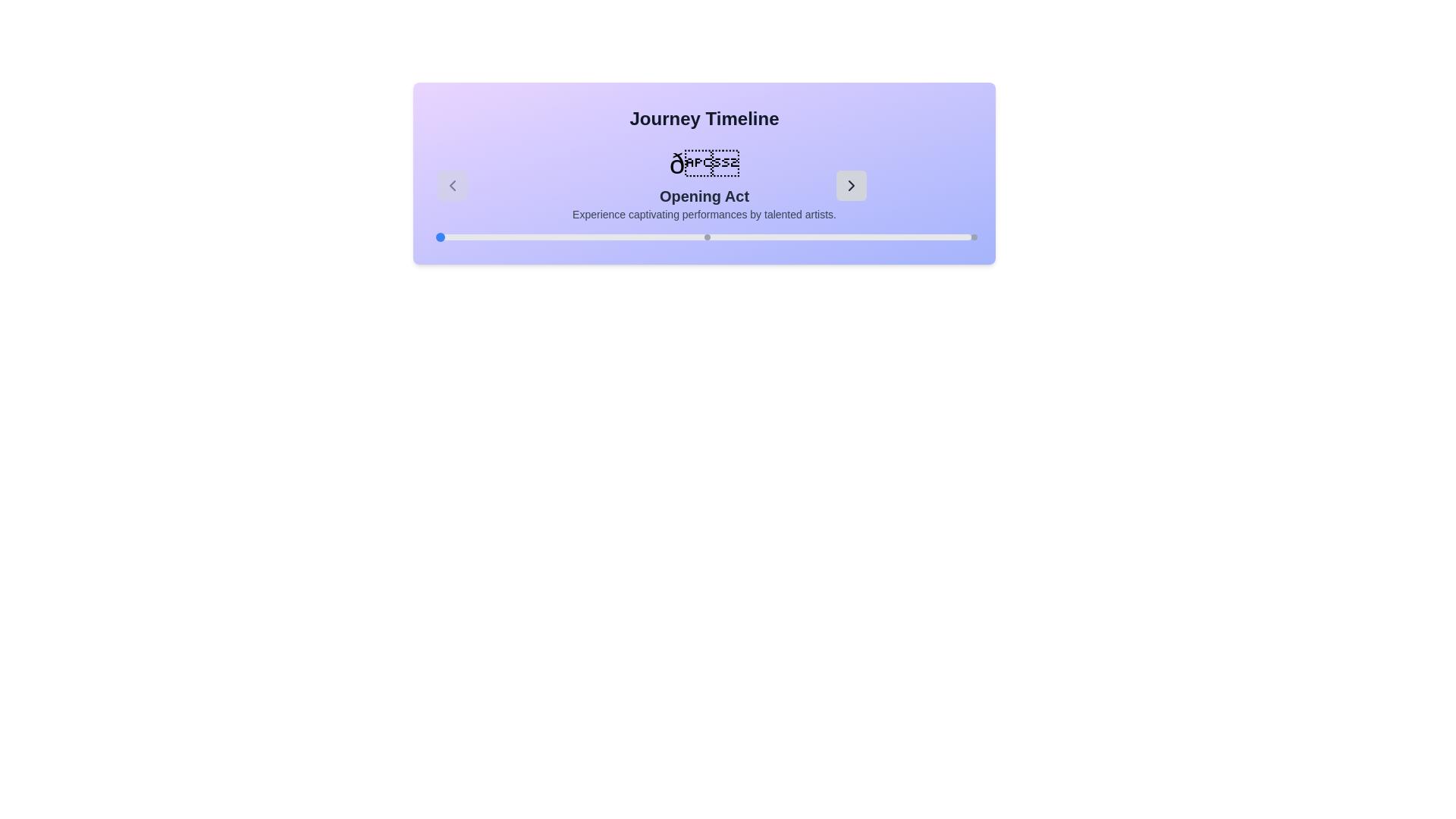  What do you see at coordinates (799, 237) in the screenshot?
I see `the slider position` at bounding box center [799, 237].